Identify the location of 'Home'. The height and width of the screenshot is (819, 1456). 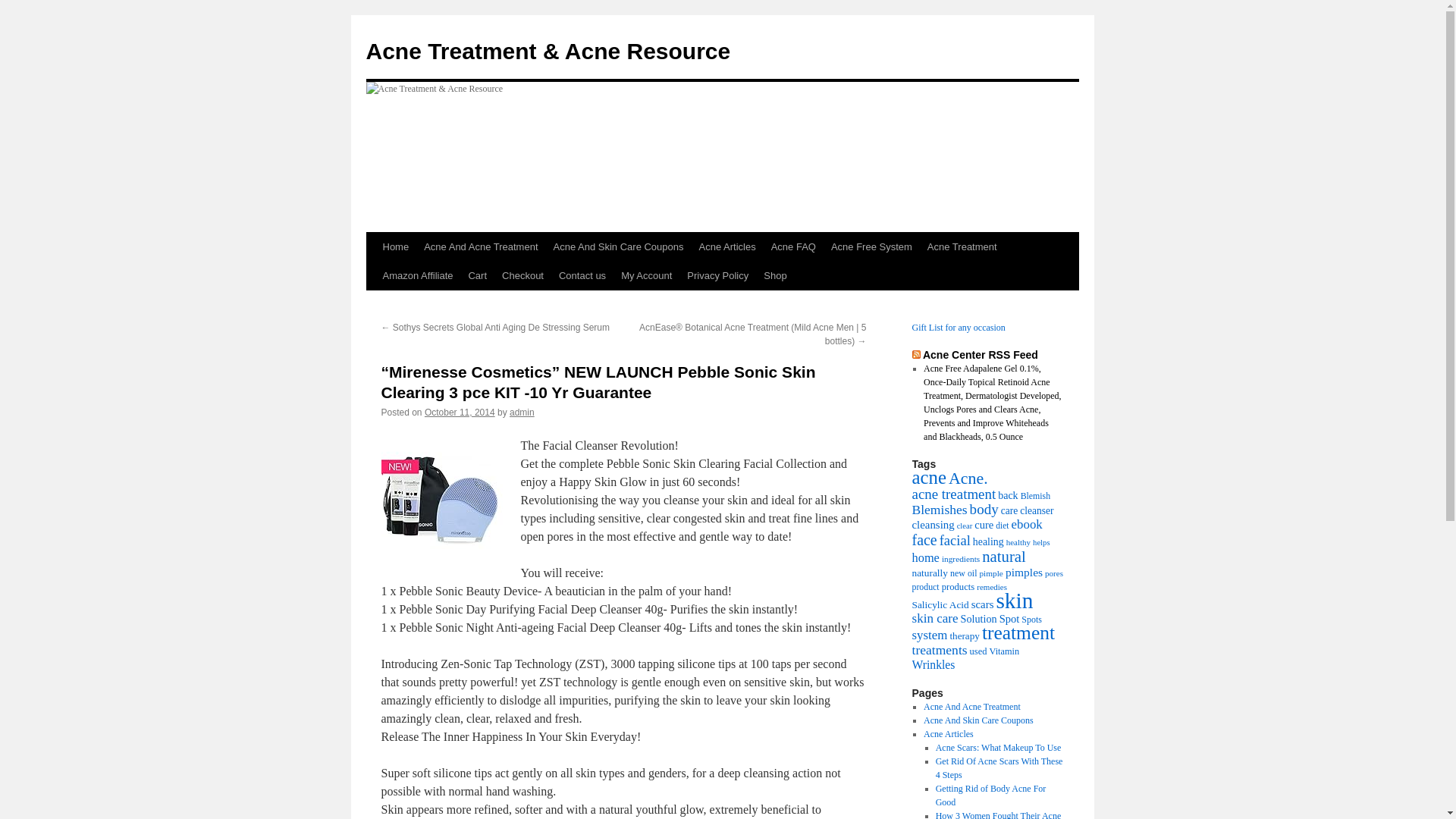
(375, 246).